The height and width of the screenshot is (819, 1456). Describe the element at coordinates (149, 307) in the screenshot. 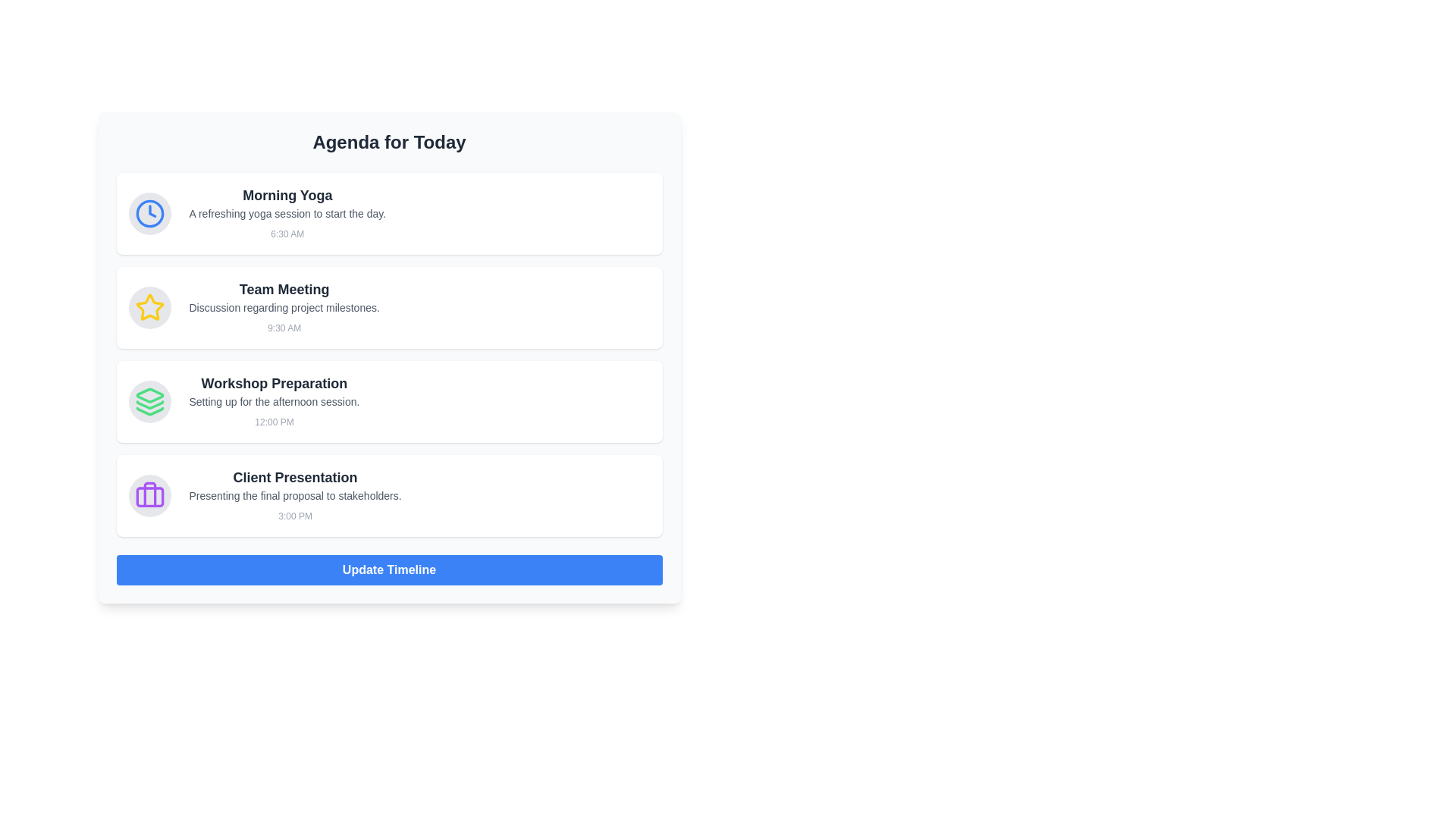

I see `the yellow star icon within the 'Team Meeting' list item, which is positioned towards the left side of the item, preceding the text 'Team Meeting'` at that location.